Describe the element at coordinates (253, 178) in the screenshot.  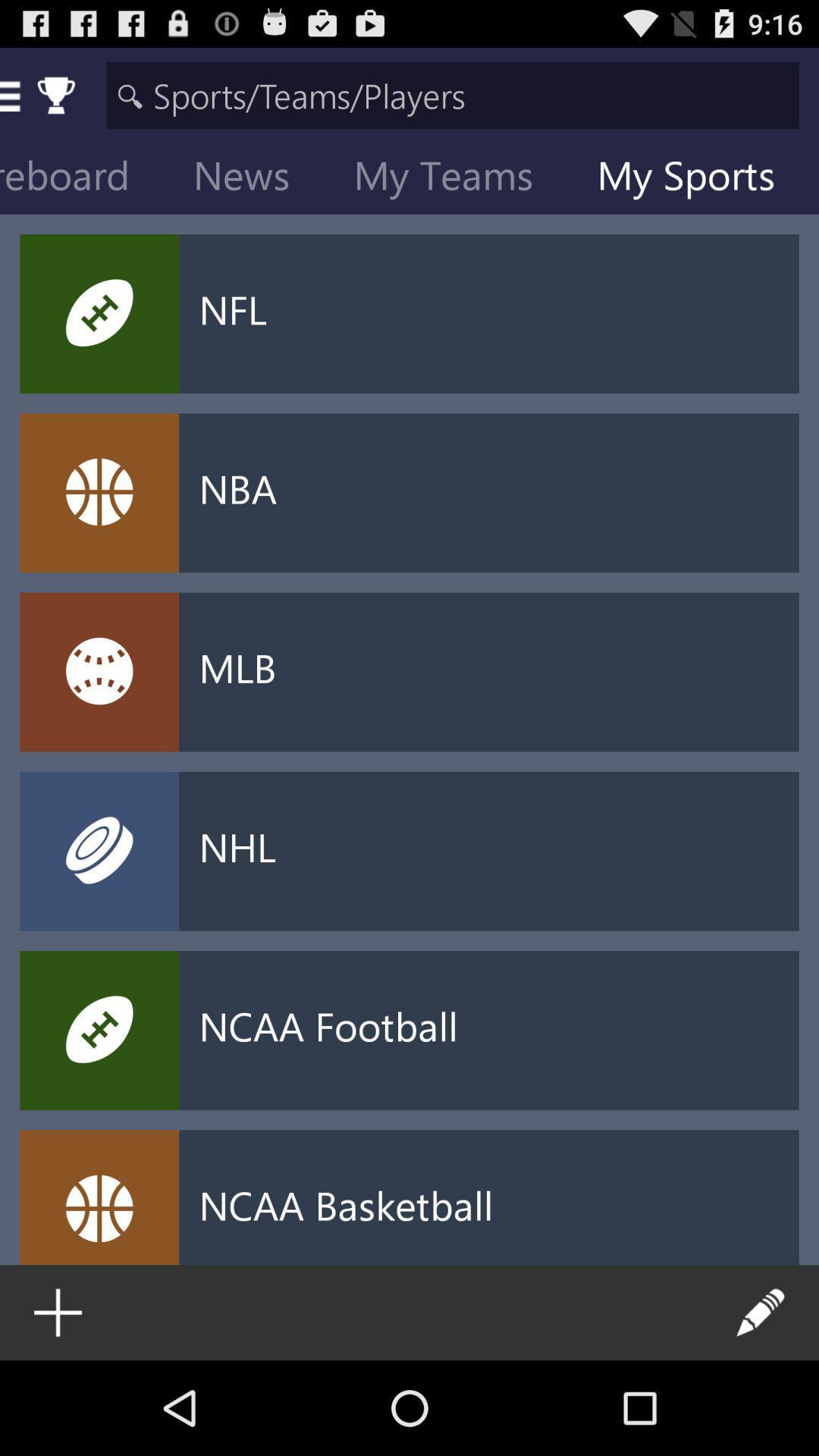
I see `the item next to the my teams item` at that location.